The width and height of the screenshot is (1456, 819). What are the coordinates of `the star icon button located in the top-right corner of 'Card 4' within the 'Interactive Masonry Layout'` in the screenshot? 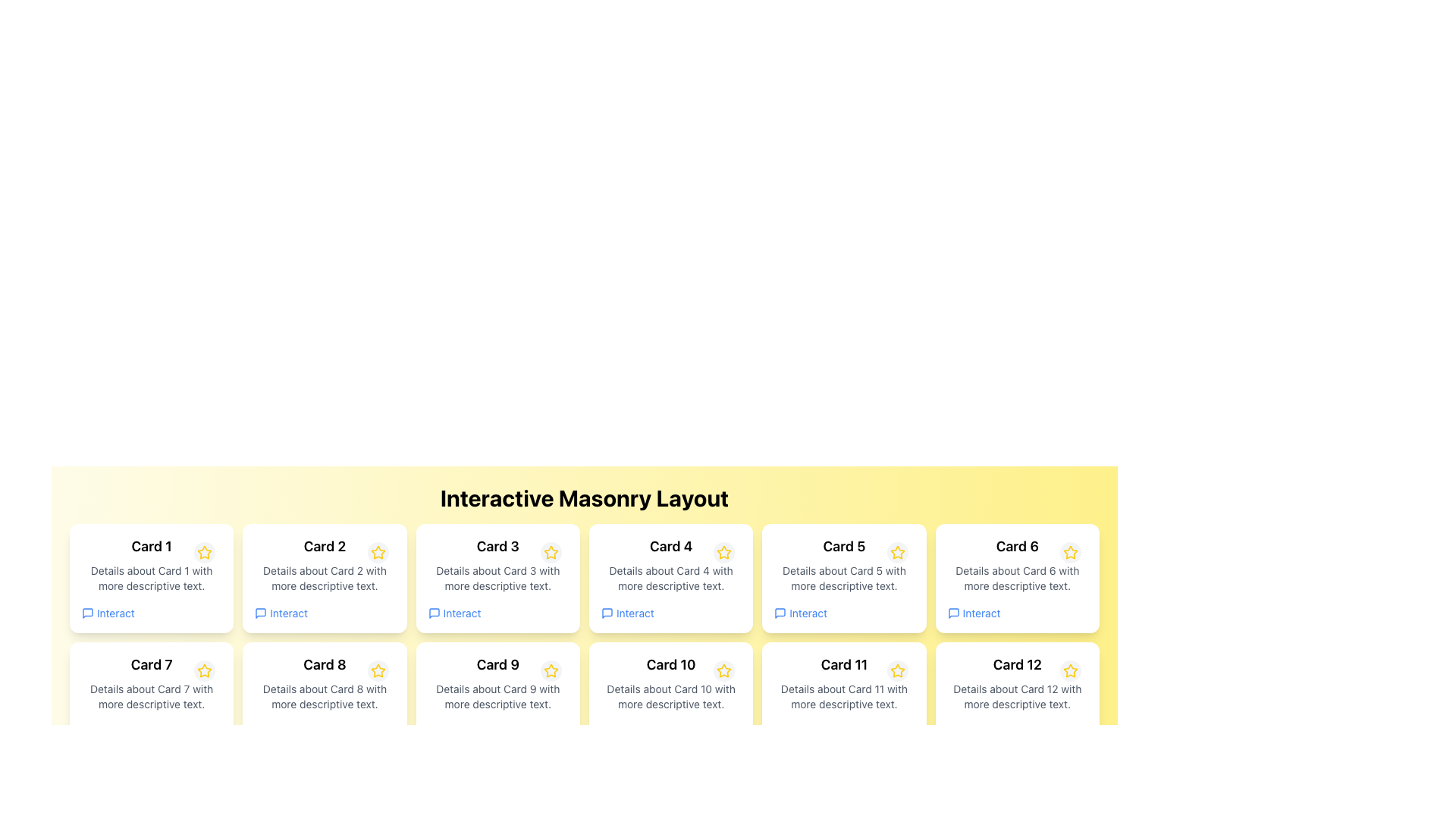 It's located at (723, 553).